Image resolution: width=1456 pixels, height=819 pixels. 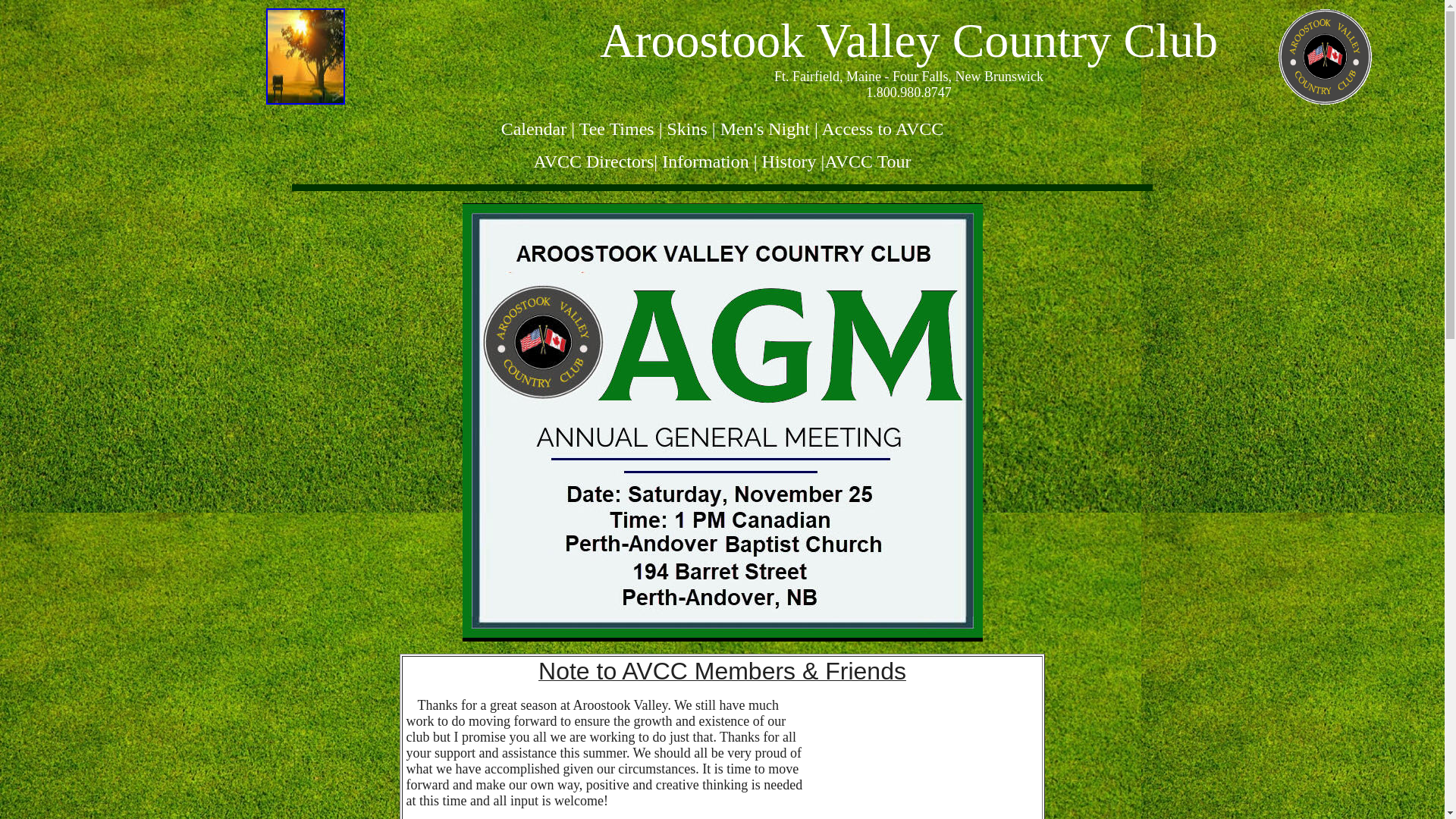 What do you see at coordinates (592, 161) in the screenshot?
I see `'AVCC Directors'` at bounding box center [592, 161].